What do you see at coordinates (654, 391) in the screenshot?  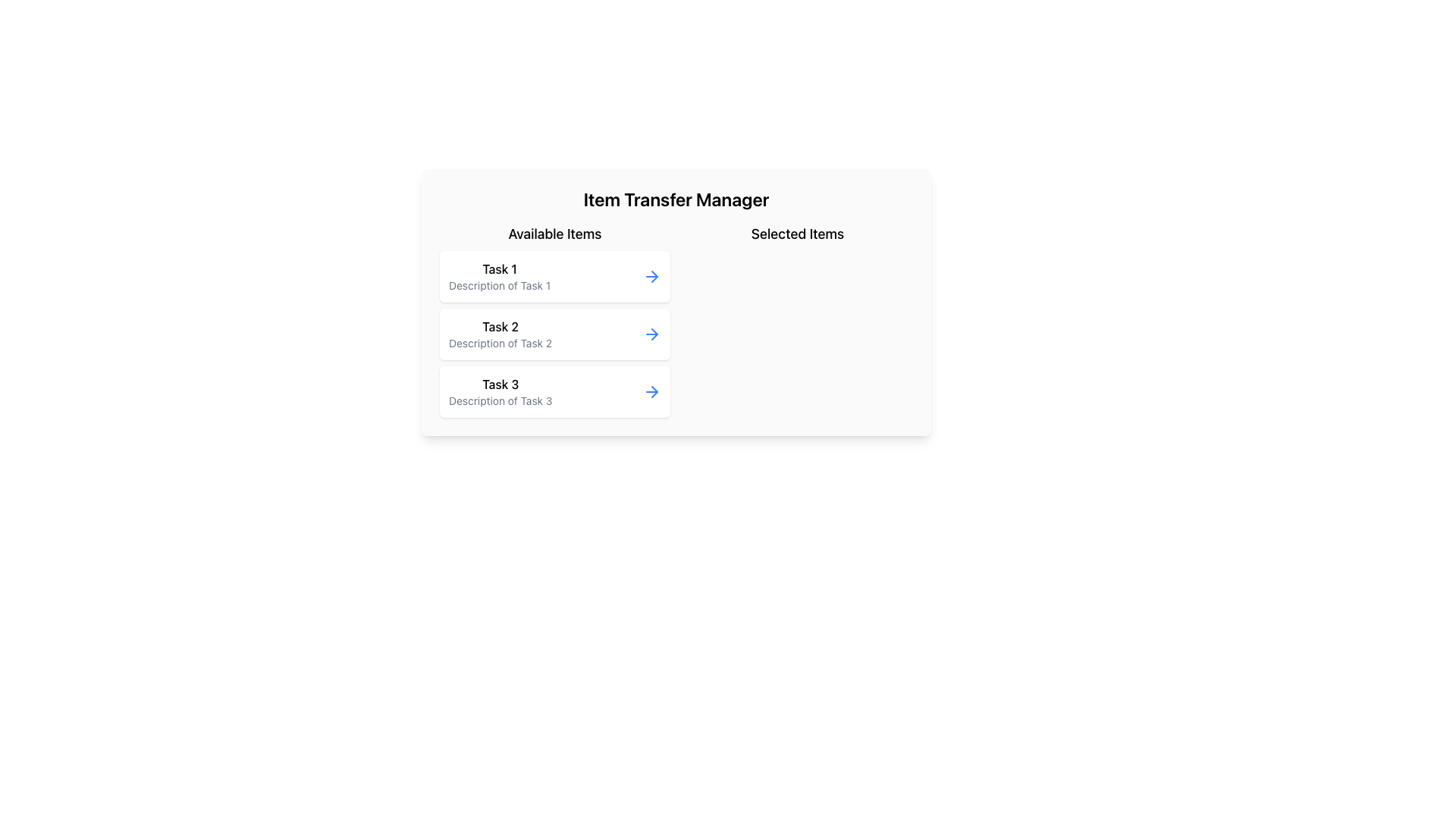 I see `the blue triangular arrowhead icon on the right side of the 'Task 2' card in the 'Available Items' list` at bounding box center [654, 391].